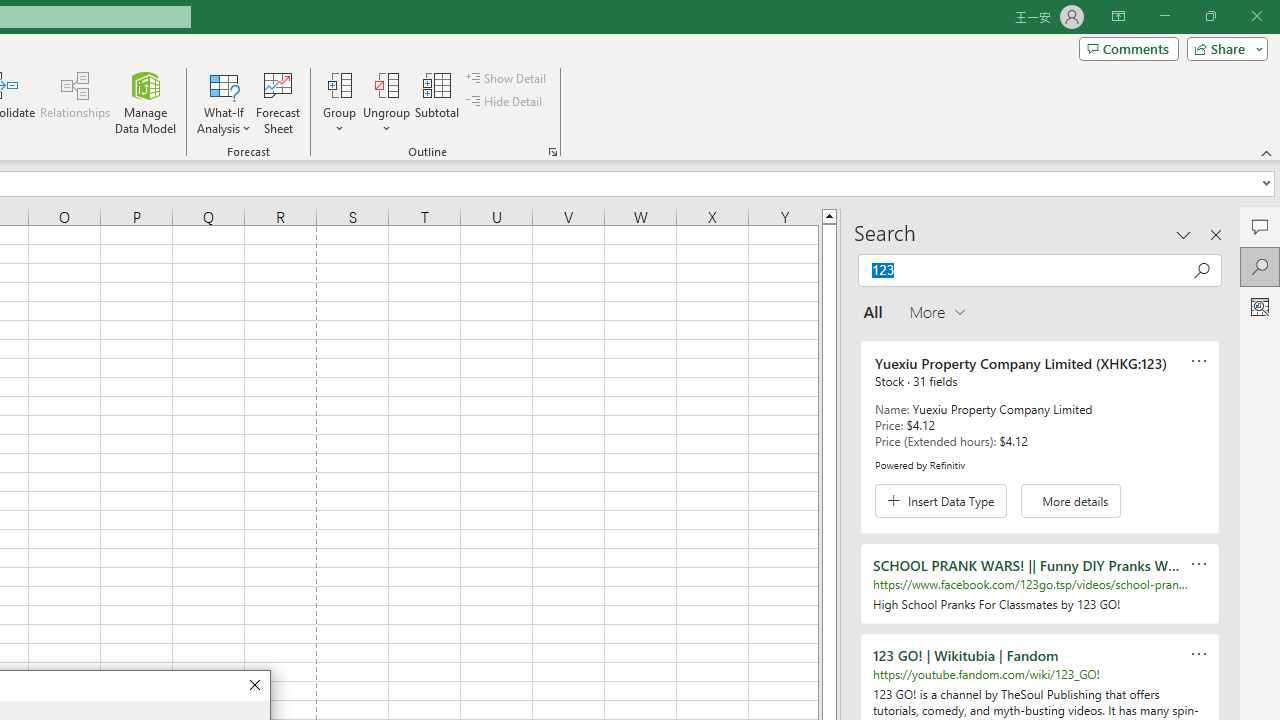 Image resolution: width=1280 pixels, height=720 pixels. Describe the element at coordinates (1266, 152) in the screenshot. I see `'Collapse the Ribbon'` at that location.